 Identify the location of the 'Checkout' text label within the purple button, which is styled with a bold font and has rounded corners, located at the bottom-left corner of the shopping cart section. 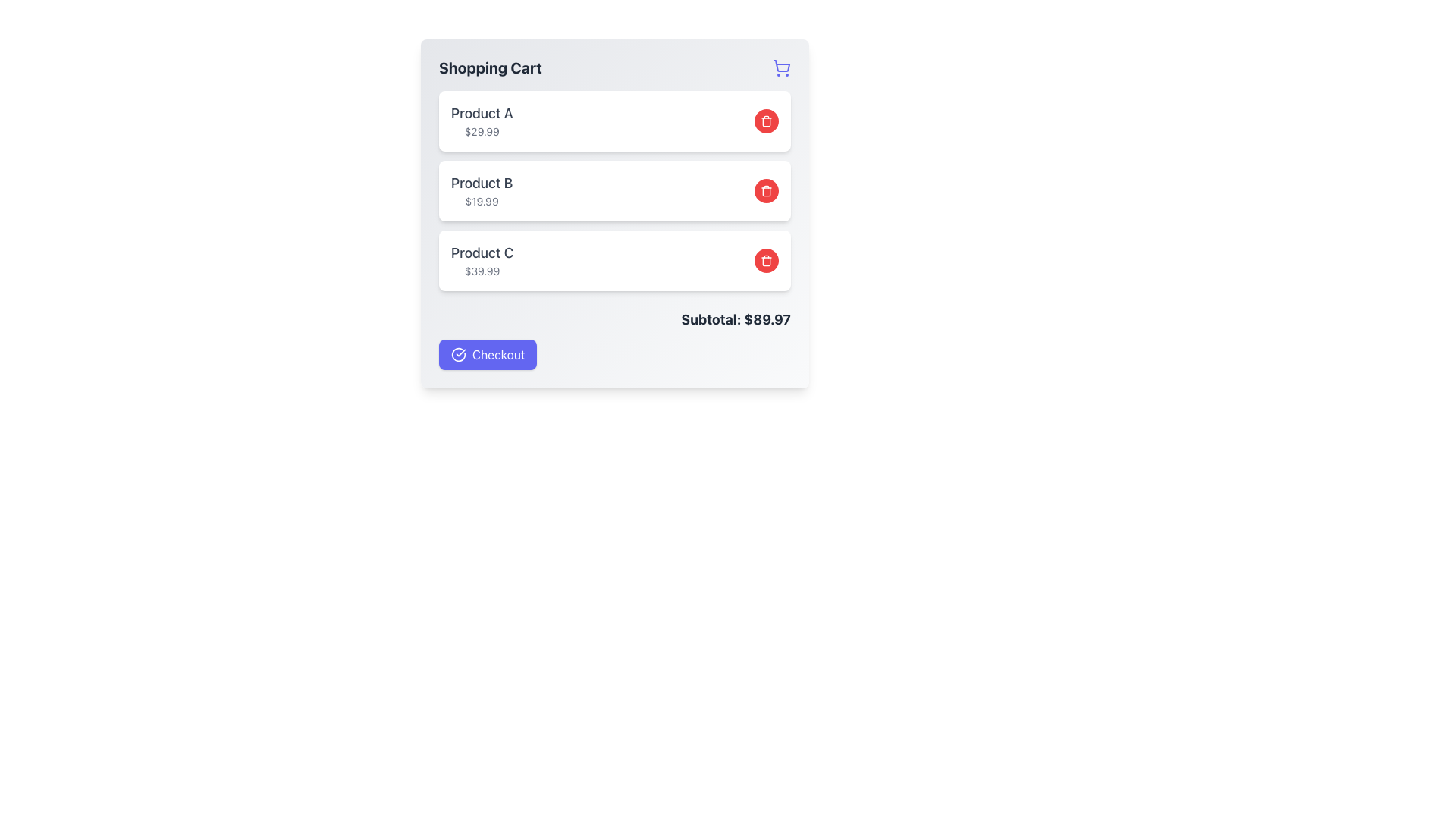
(498, 354).